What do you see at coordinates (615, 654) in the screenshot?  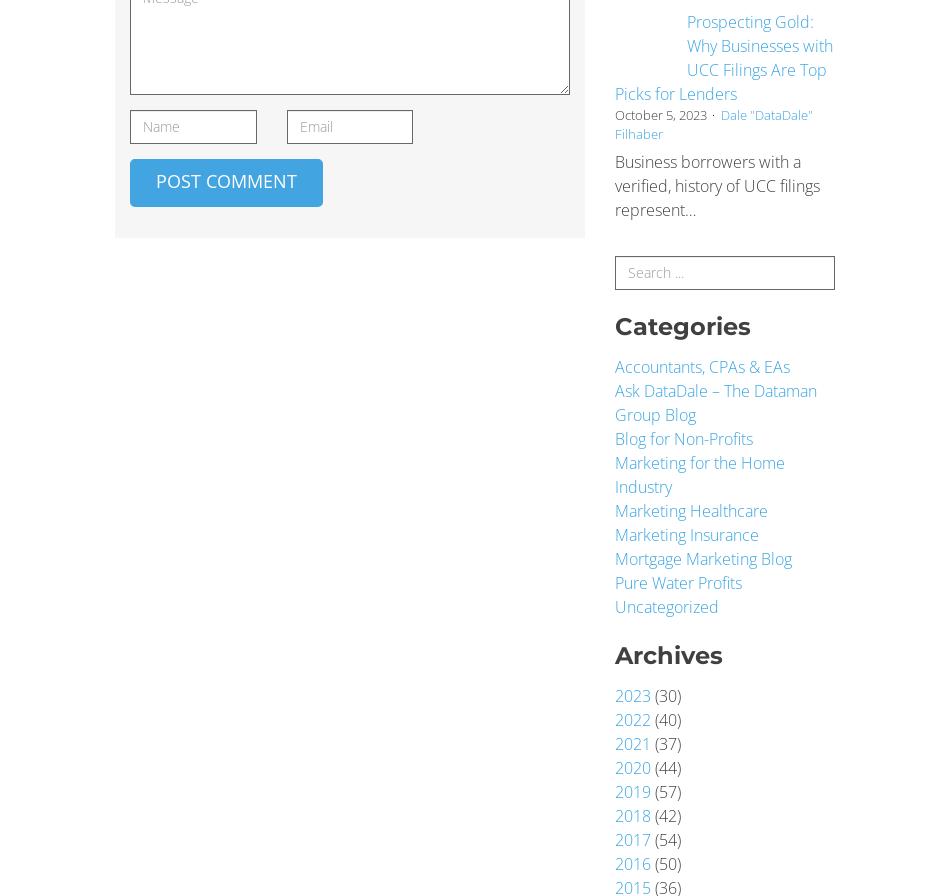 I see `'Archives'` at bounding box center [615, 654].